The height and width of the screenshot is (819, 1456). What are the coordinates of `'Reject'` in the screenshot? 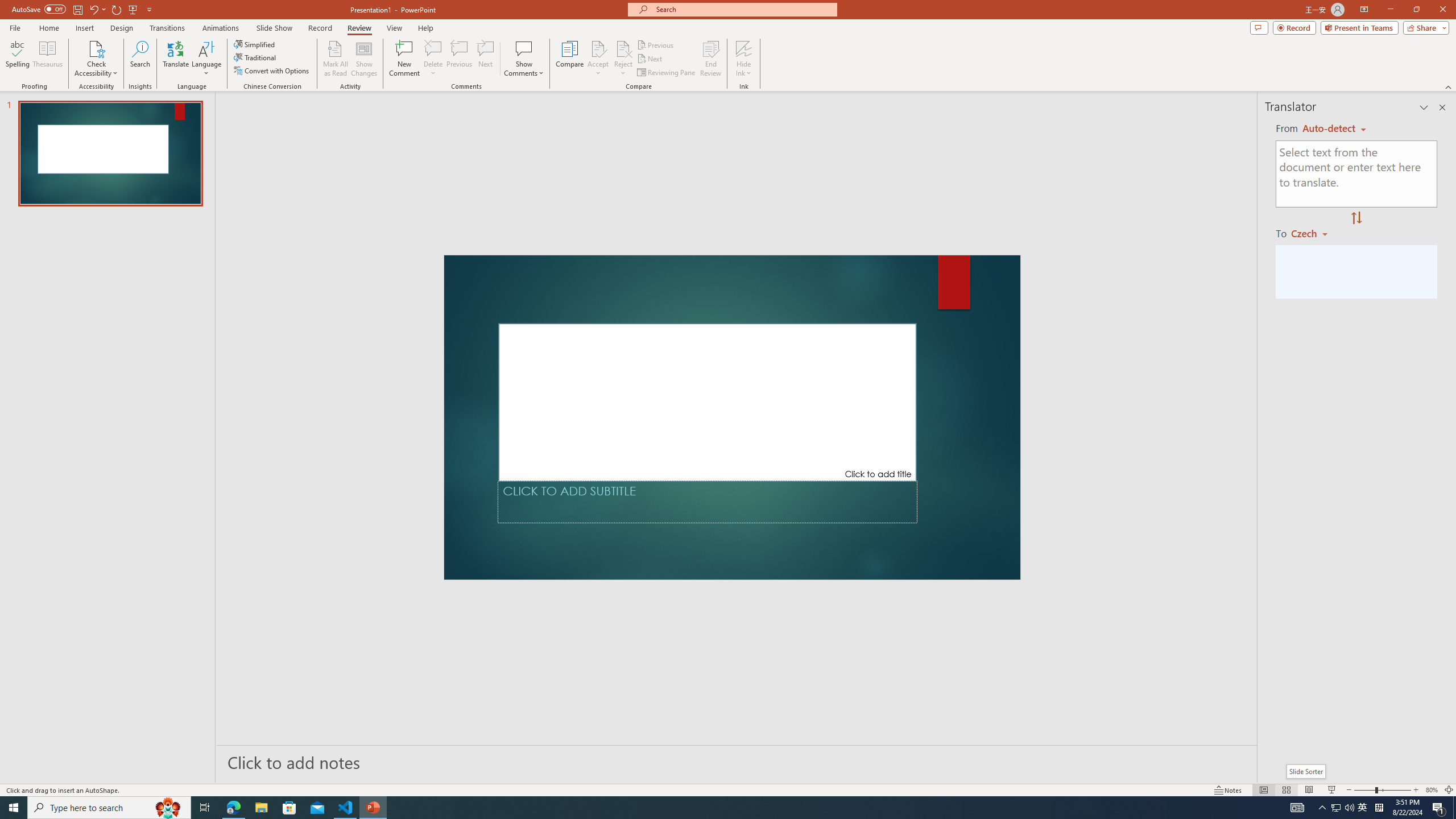 It's located at (622, 59).